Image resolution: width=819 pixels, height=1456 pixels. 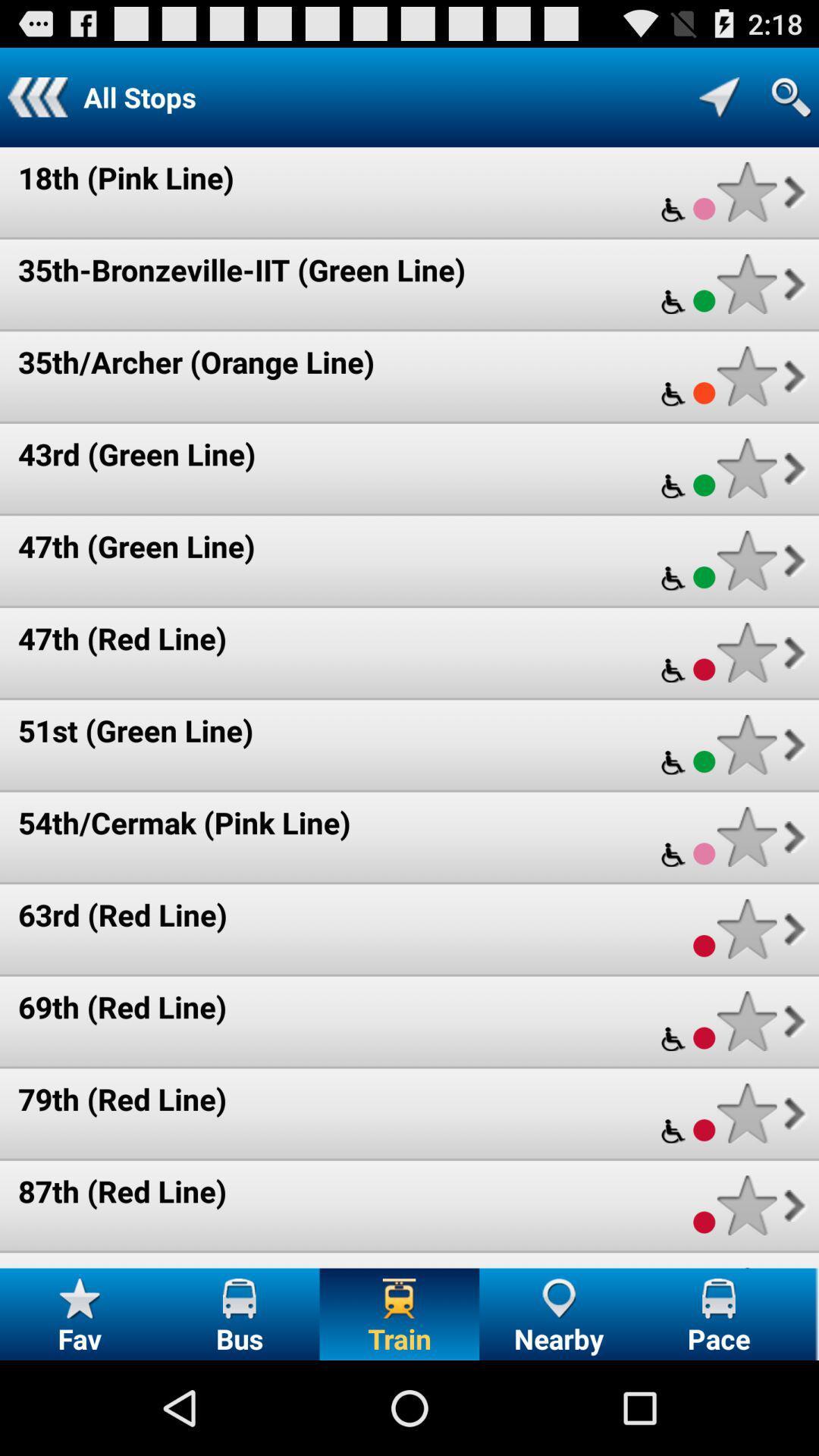 I want to click on to favorites, so click(x=746, y=652).